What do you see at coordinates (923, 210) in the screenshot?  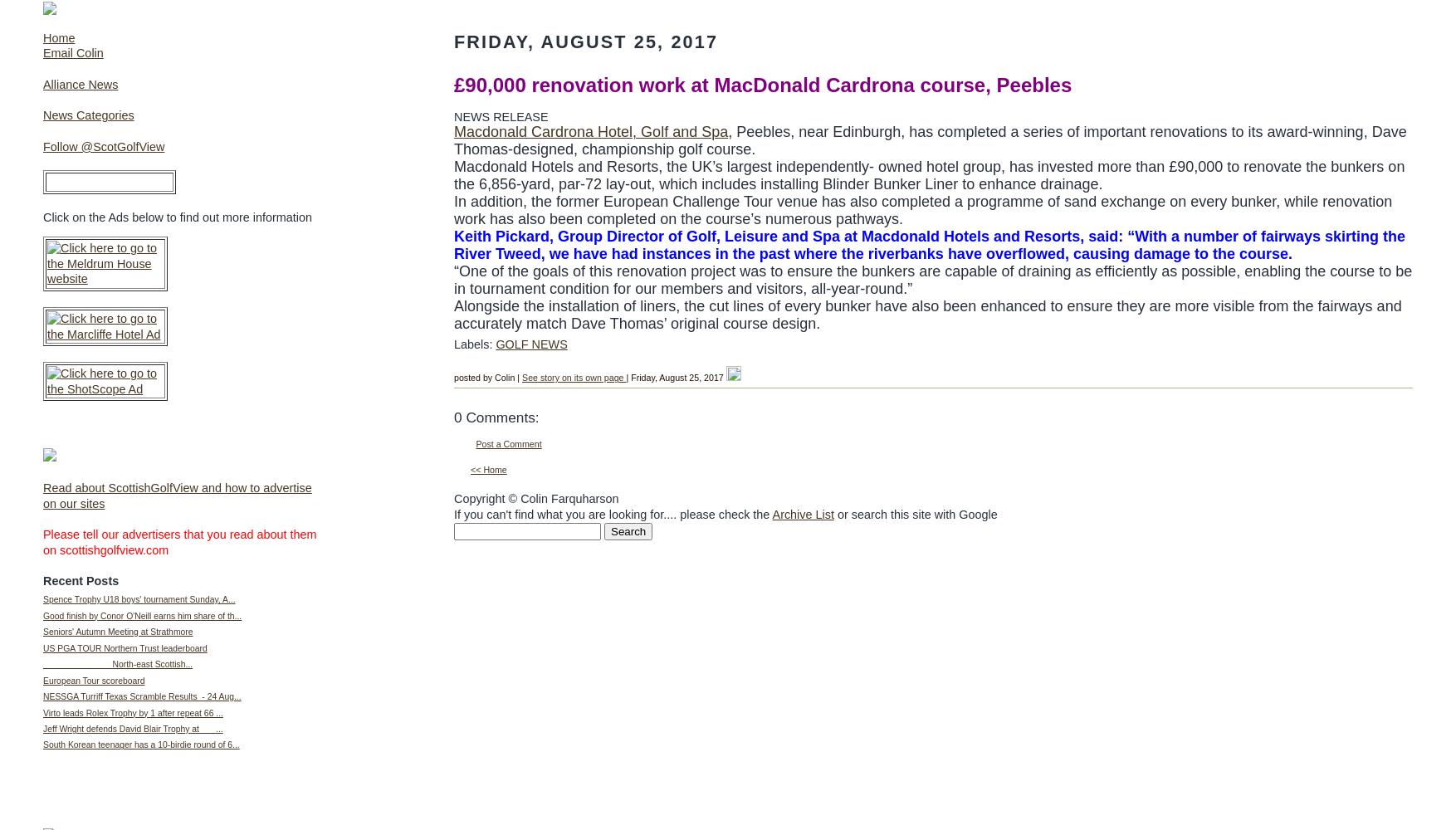 I see `'In addition, the former European Challenge Tour venue has also completed a programme of sand exchange on every bunker, while renovation work has also been completed on the course’s numerous pathways.'` at bounding box center [923, 210].